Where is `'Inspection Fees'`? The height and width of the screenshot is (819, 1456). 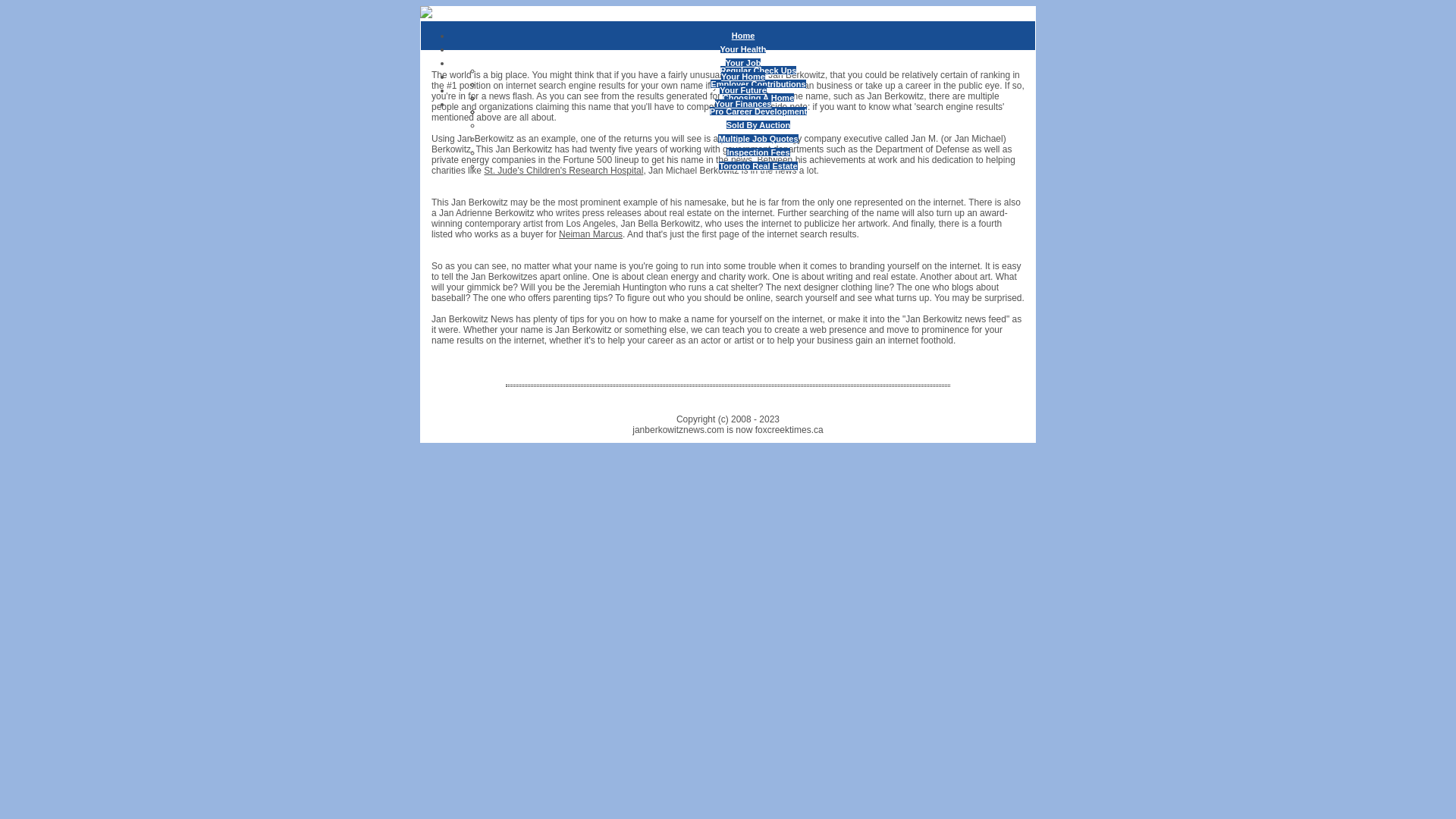
'Inspection Fees' is located at coordinates (758, 152).